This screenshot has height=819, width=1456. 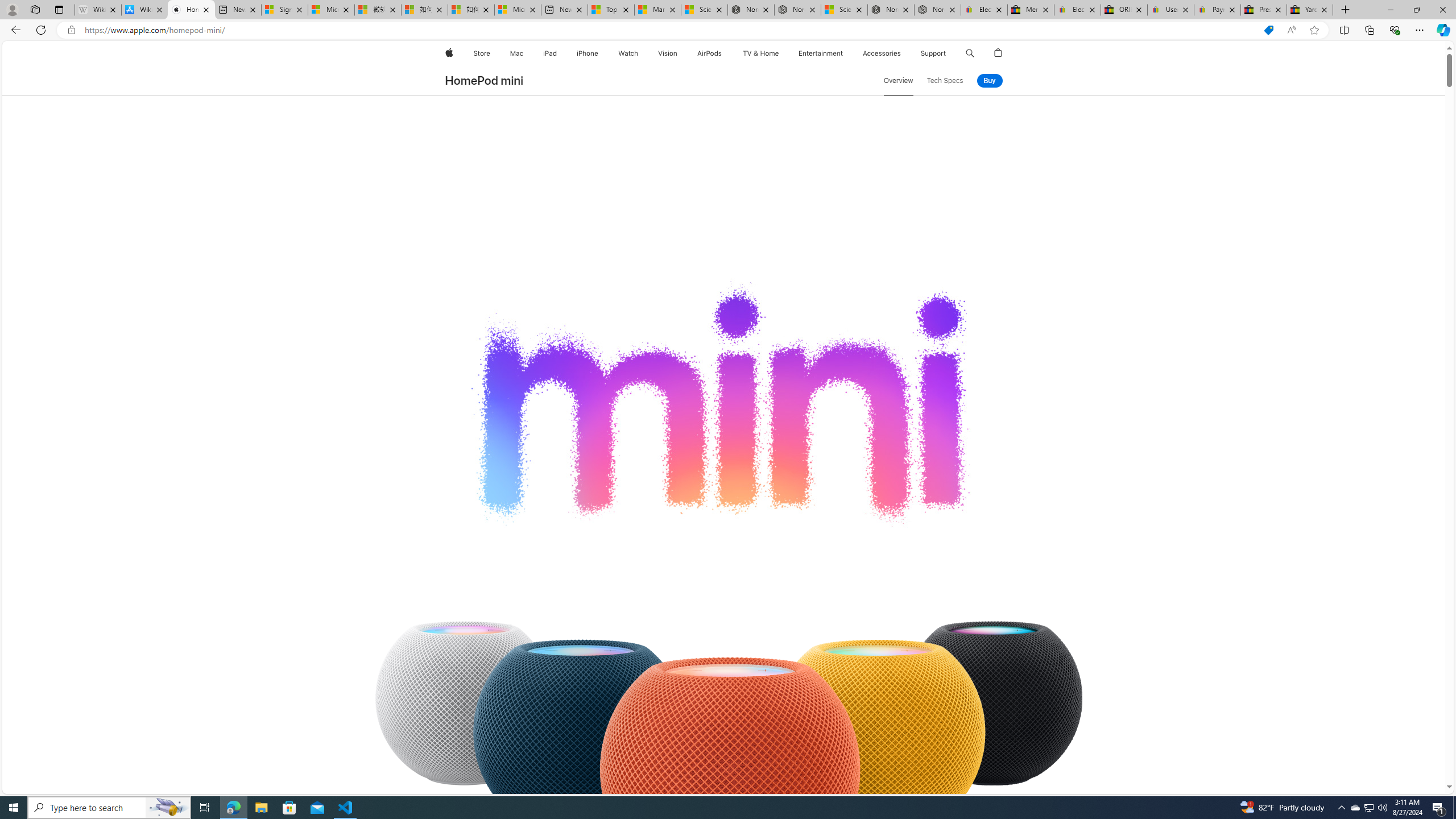 I want to click on 'Entertainment', so click(x=820, y=53).